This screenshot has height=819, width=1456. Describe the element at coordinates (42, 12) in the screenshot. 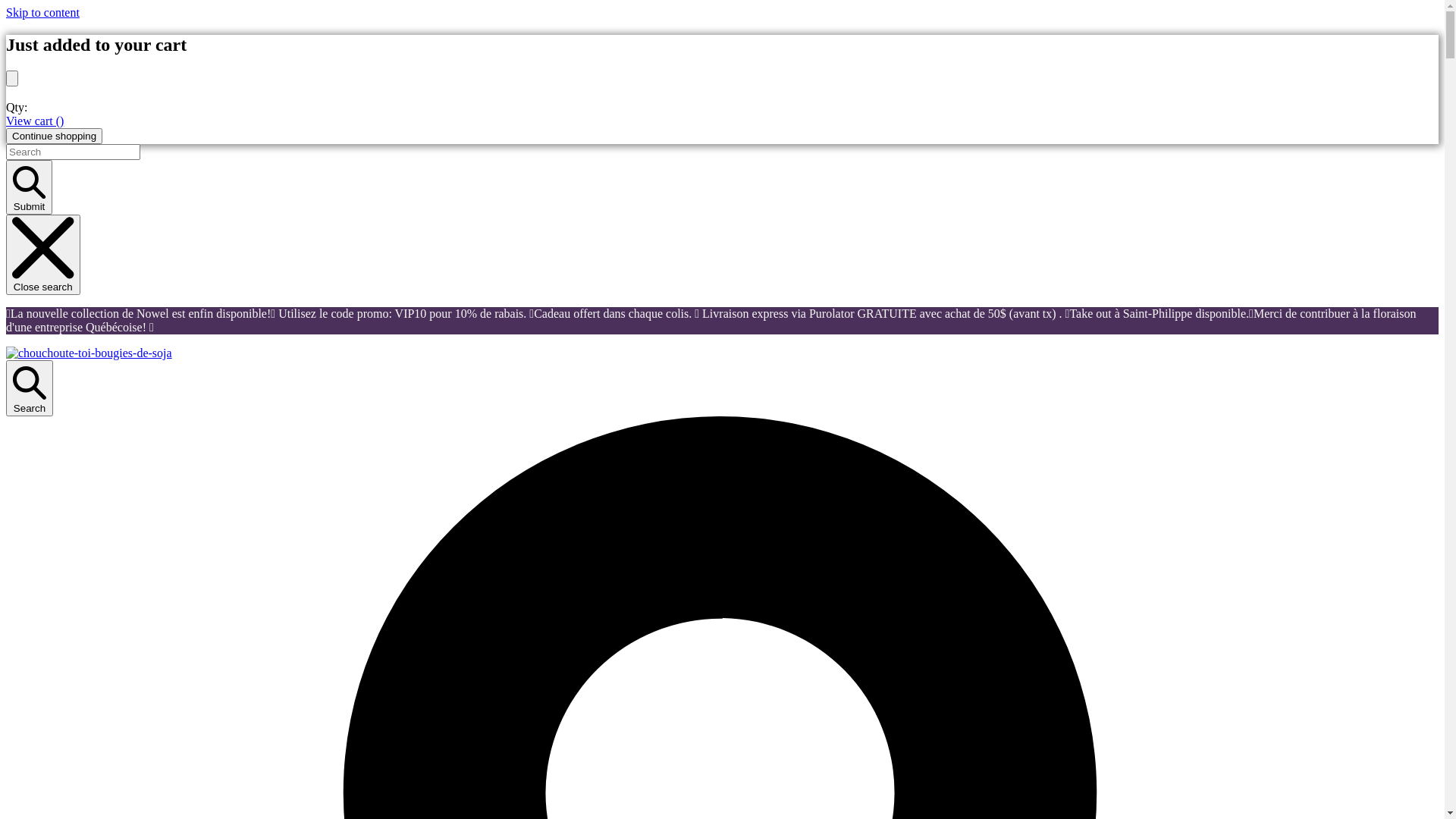

I see `'Skip to content'` at that location.